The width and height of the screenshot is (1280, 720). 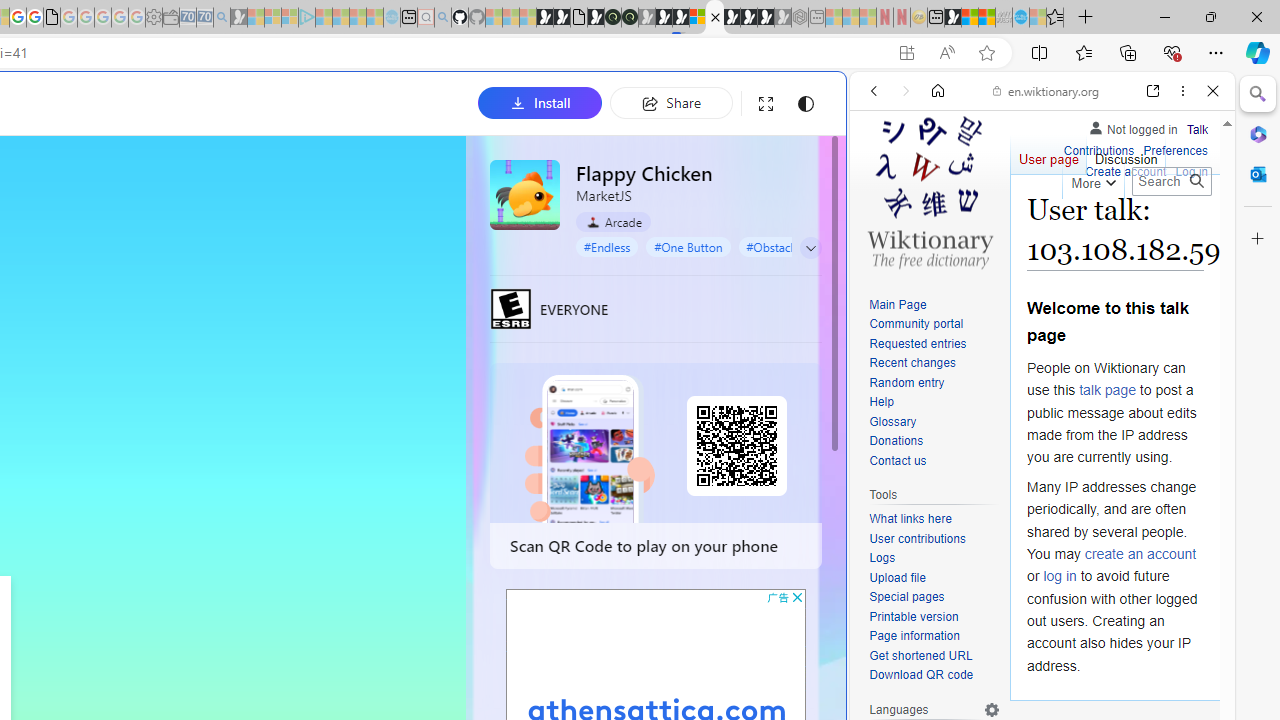 What do you see at coordinates (935, 180) in the screenshot?
I see `'This site scope'` at bounding box center [935, 180].